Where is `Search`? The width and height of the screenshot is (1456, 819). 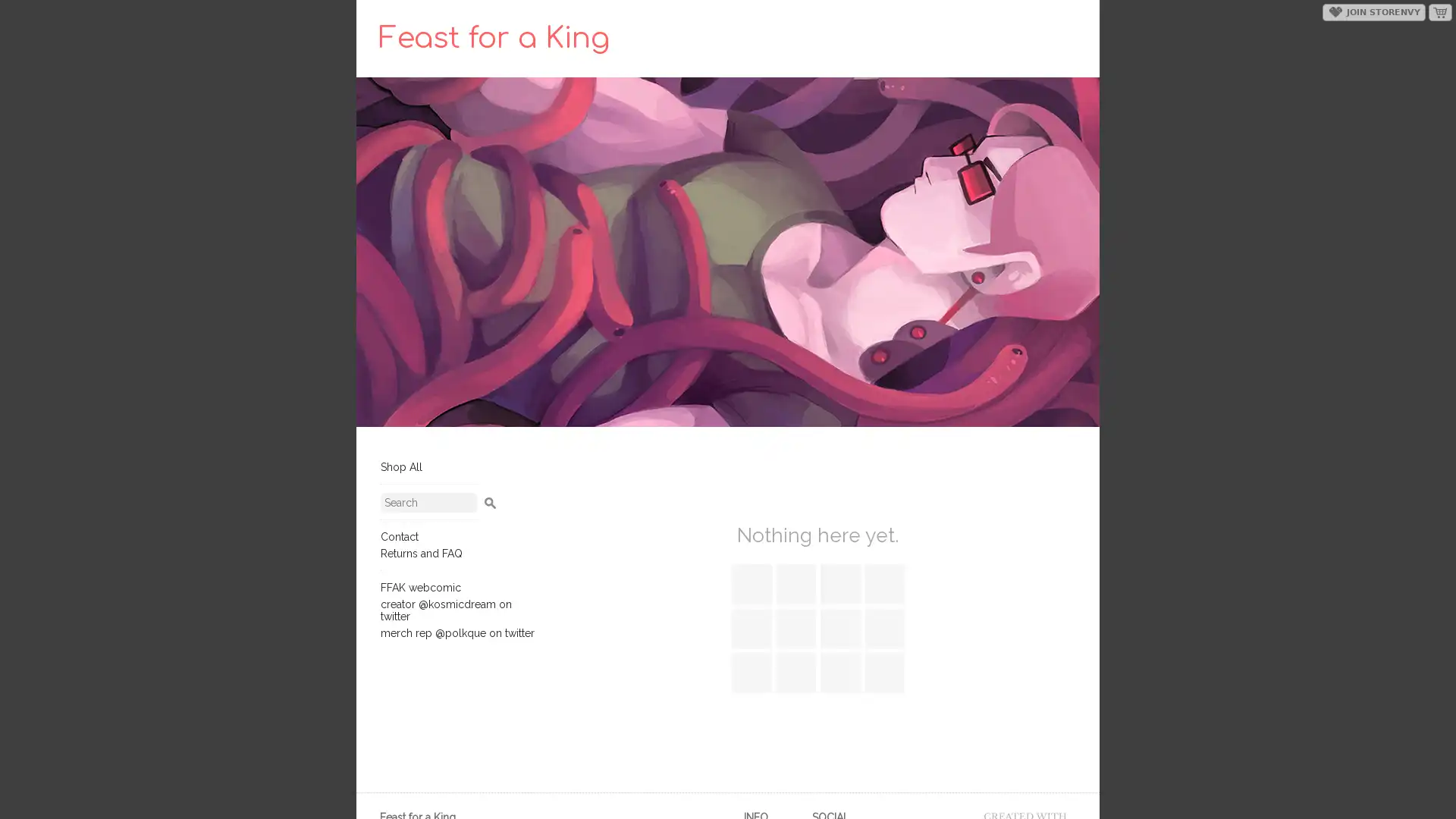
Search is located at coordinates (489, 500).